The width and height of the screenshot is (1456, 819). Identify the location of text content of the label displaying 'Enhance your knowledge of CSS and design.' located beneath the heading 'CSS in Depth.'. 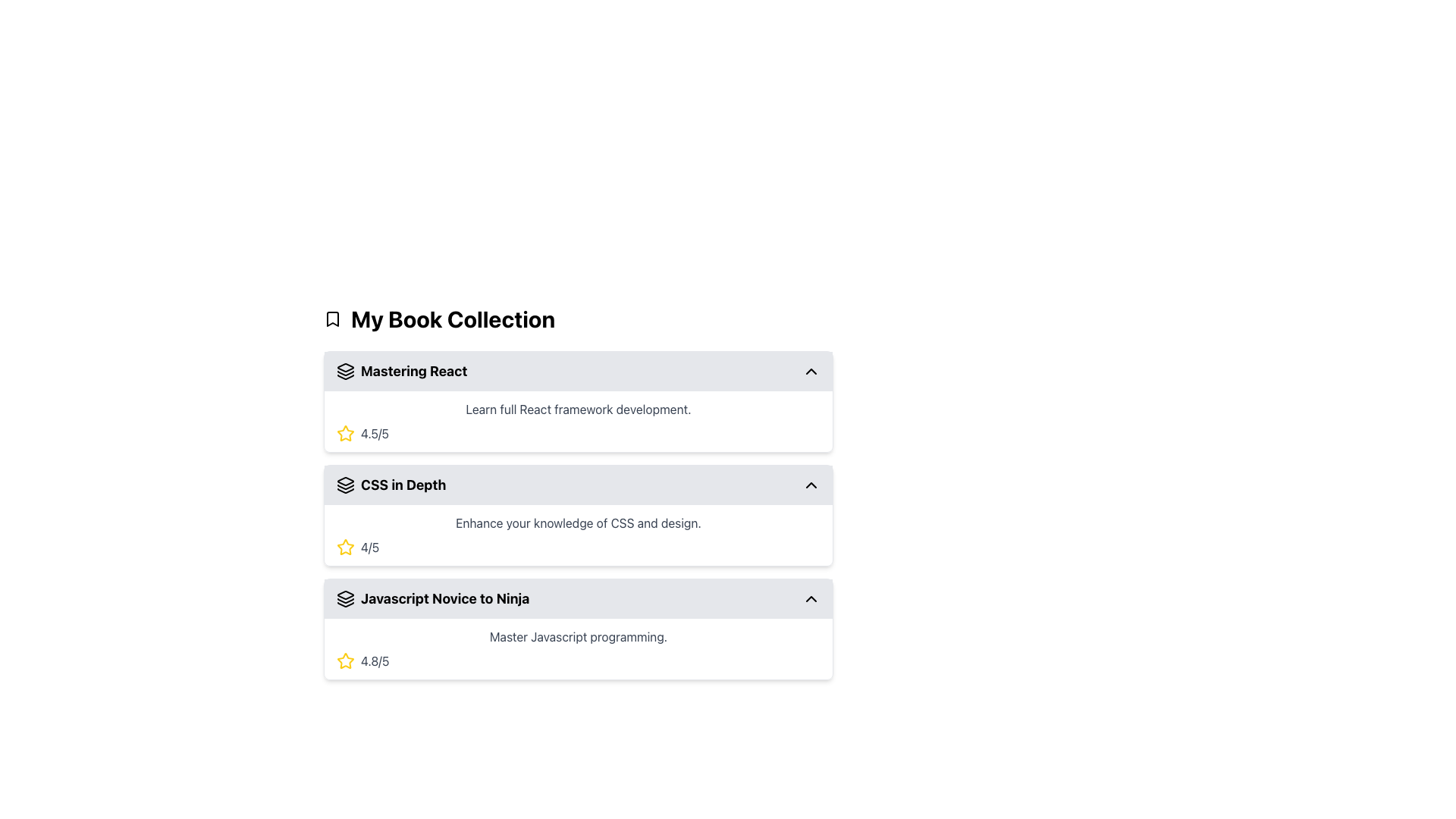
(578, 522).